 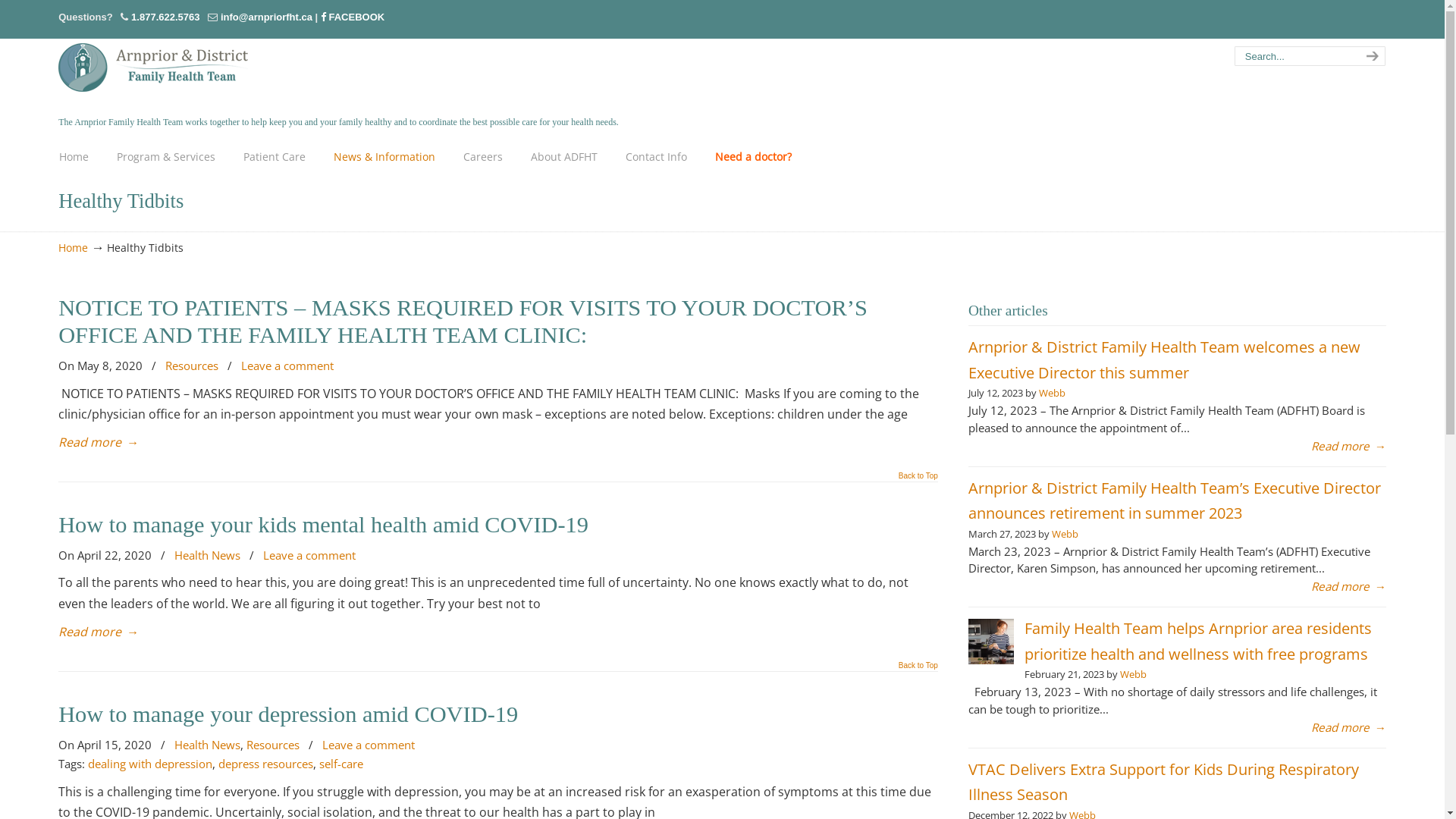 What do you see at coordinates (482, 157) in the screenshot?
I see `'Careers'` at bounding box center [482, 157].